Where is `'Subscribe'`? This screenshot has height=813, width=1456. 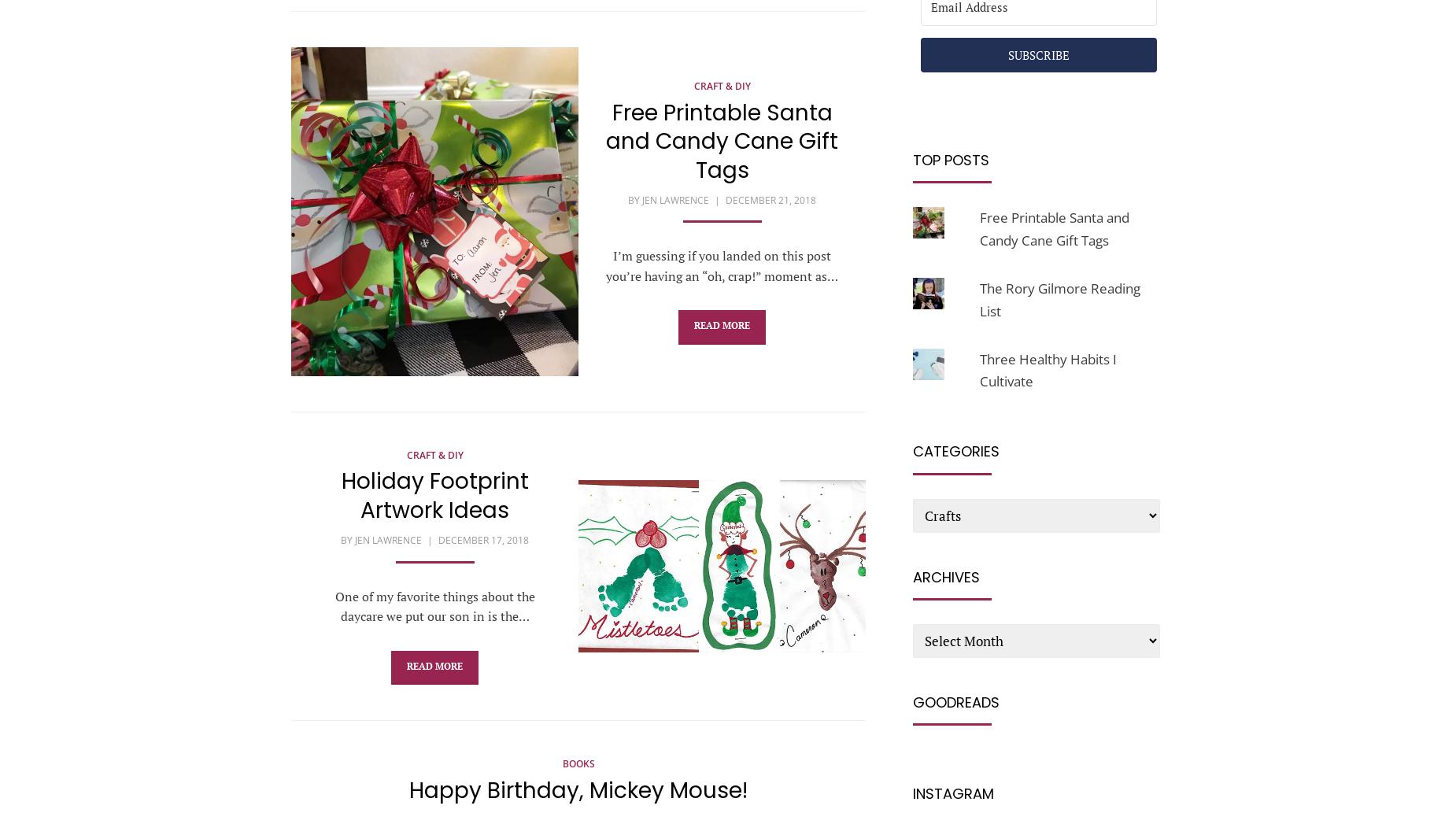 'Subscribe' is located at coordinates (1037, 54).